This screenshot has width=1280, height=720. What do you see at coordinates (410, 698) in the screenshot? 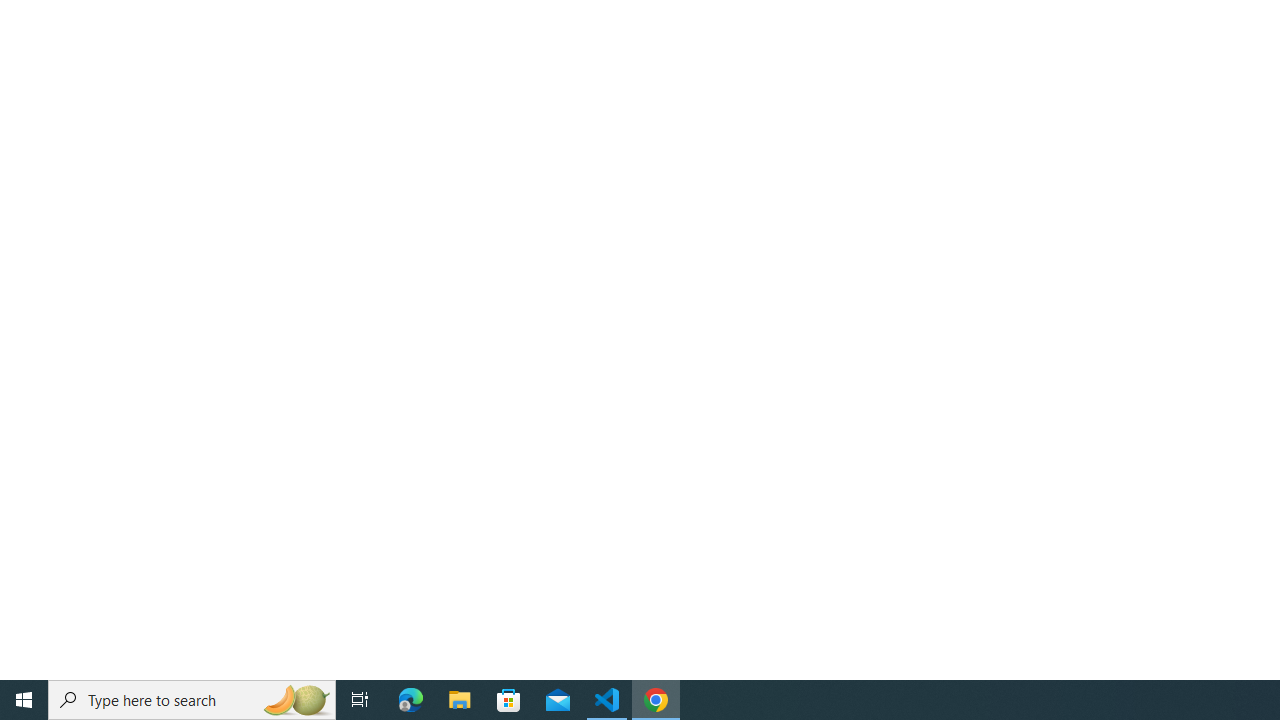
I see `'Microsoft Edge'` at bounding box center [410, 698].